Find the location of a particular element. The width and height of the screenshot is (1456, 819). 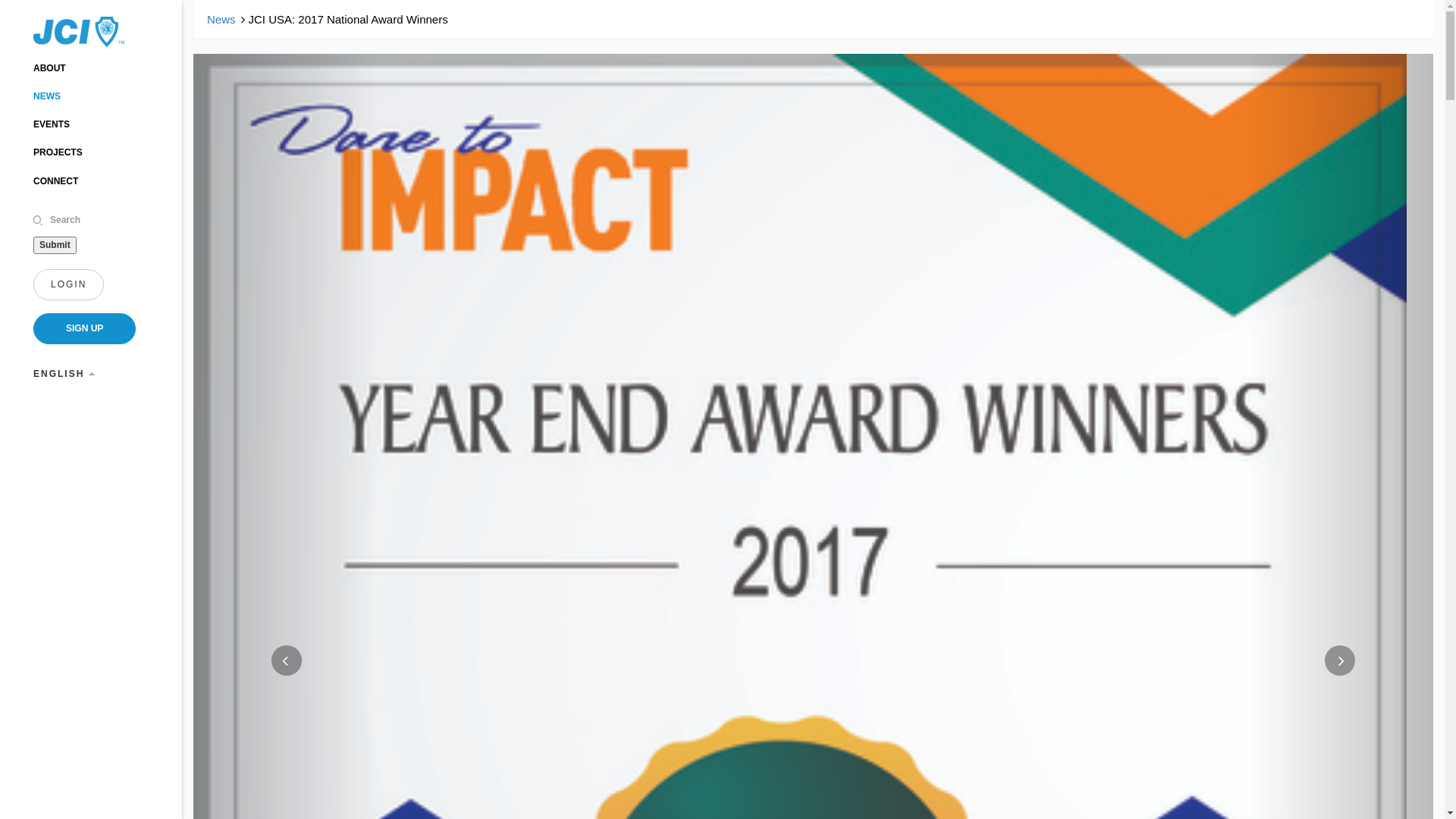

'ENGLISH' is located at coordinates (63, 374).